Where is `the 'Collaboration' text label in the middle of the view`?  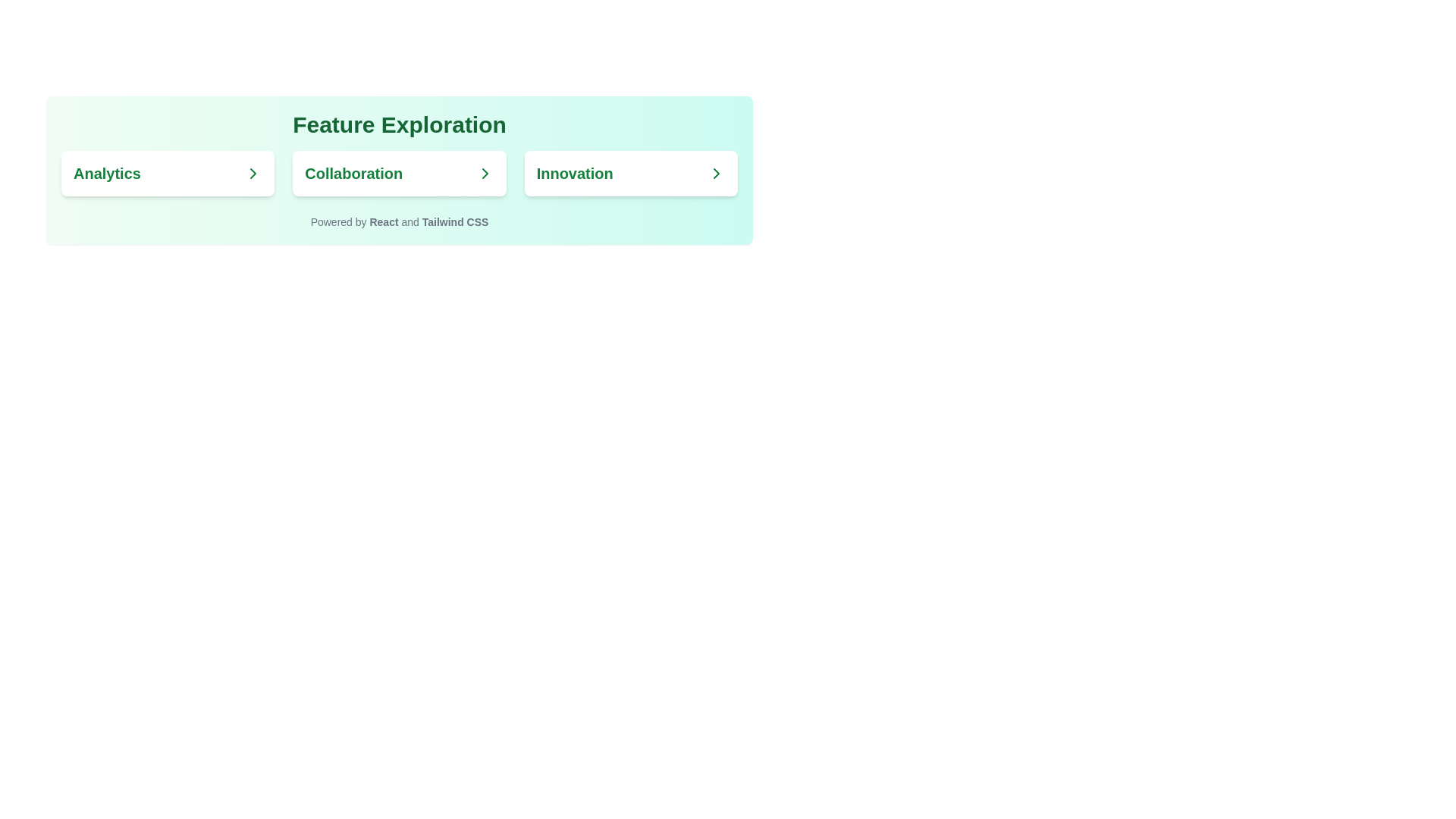
the 'Collaboration' text label in the middle of the view is located at coordinates (400, 172).